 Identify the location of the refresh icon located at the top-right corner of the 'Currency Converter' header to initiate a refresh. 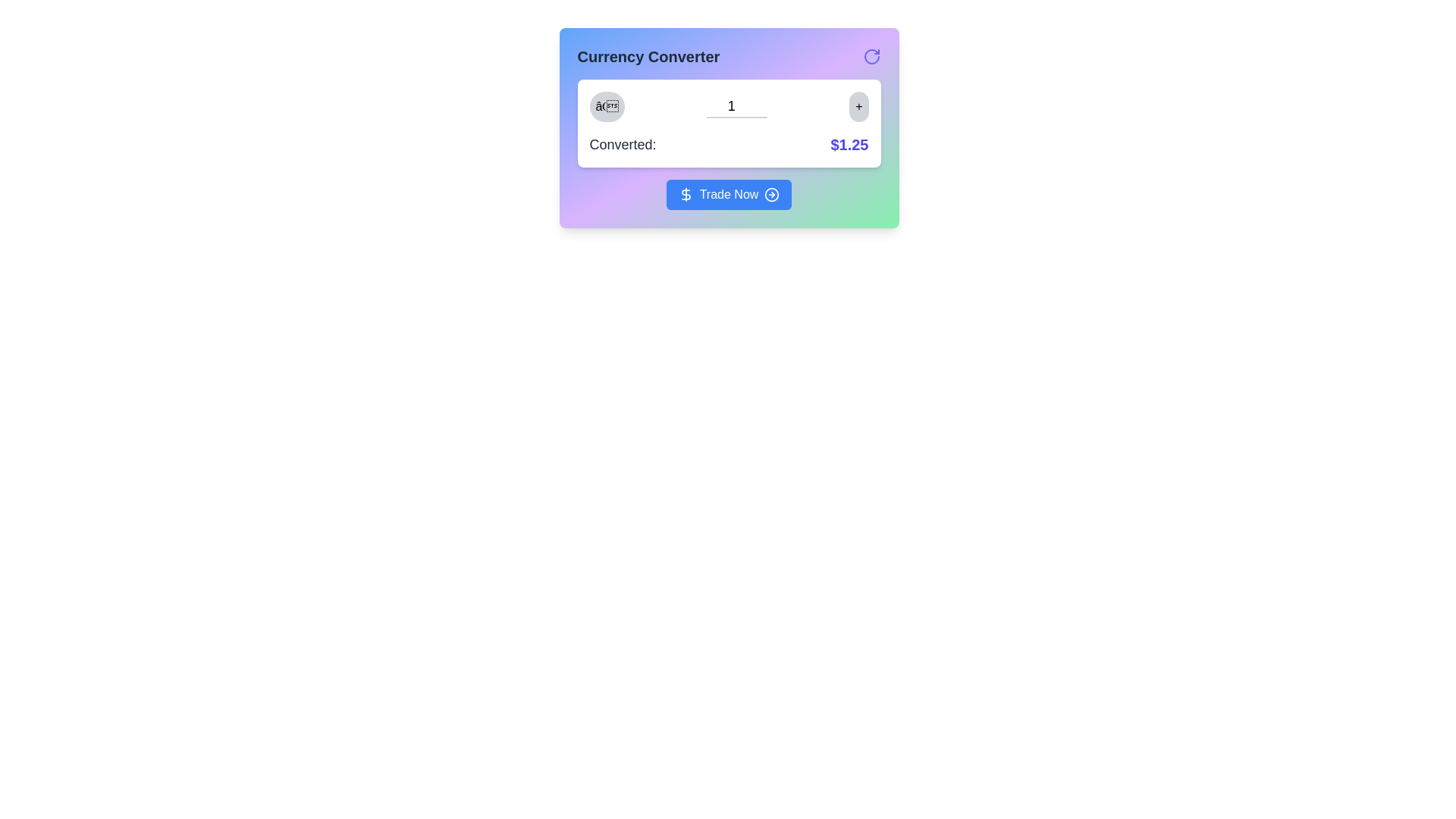
(871, 55).